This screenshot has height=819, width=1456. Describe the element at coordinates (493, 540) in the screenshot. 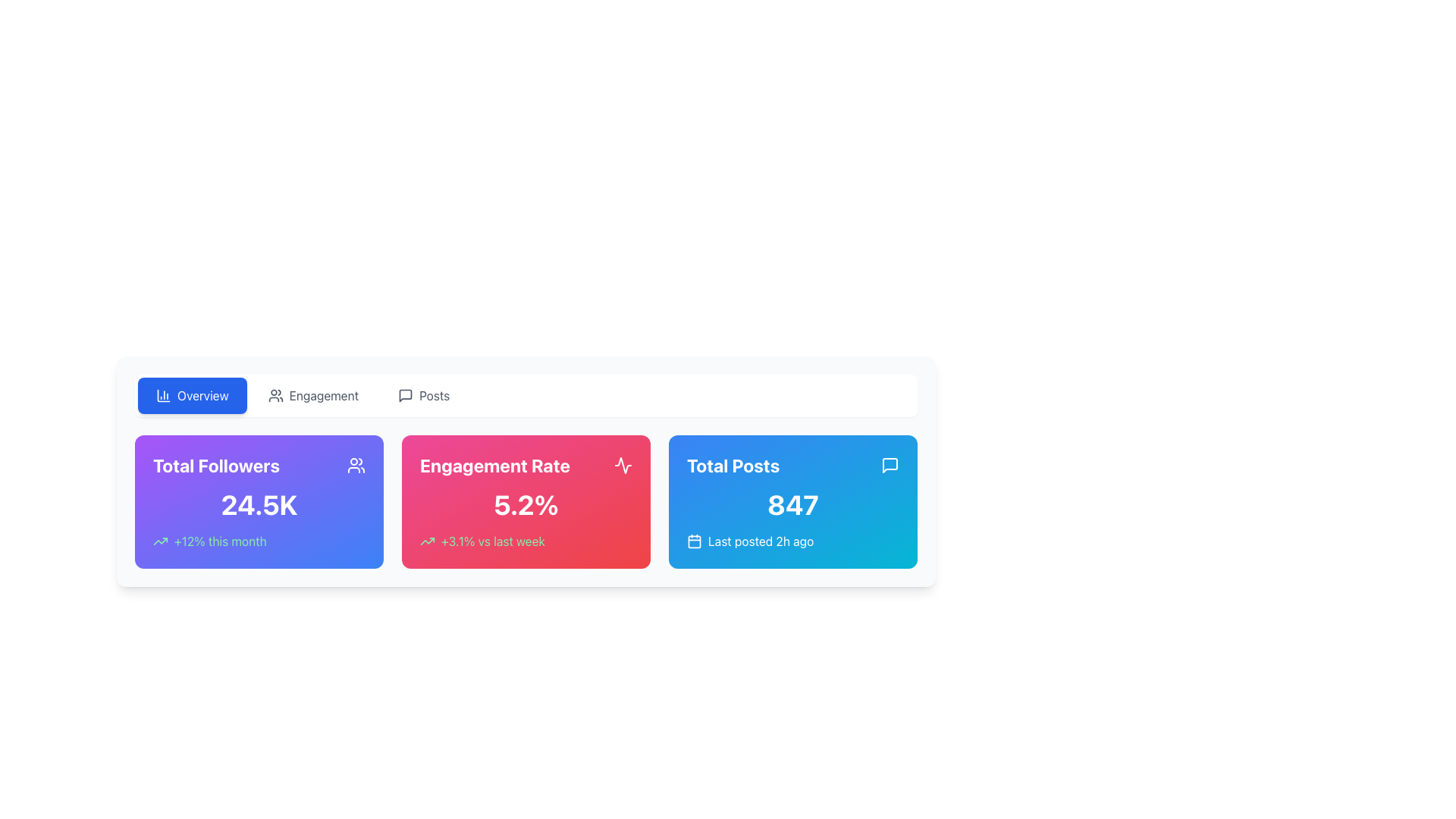

I see `the text label displaying '+3.1% vs last week', which is styled with a light green font on a pink background, located in the bottom section of the 'Engagement Rate' card` at that location.